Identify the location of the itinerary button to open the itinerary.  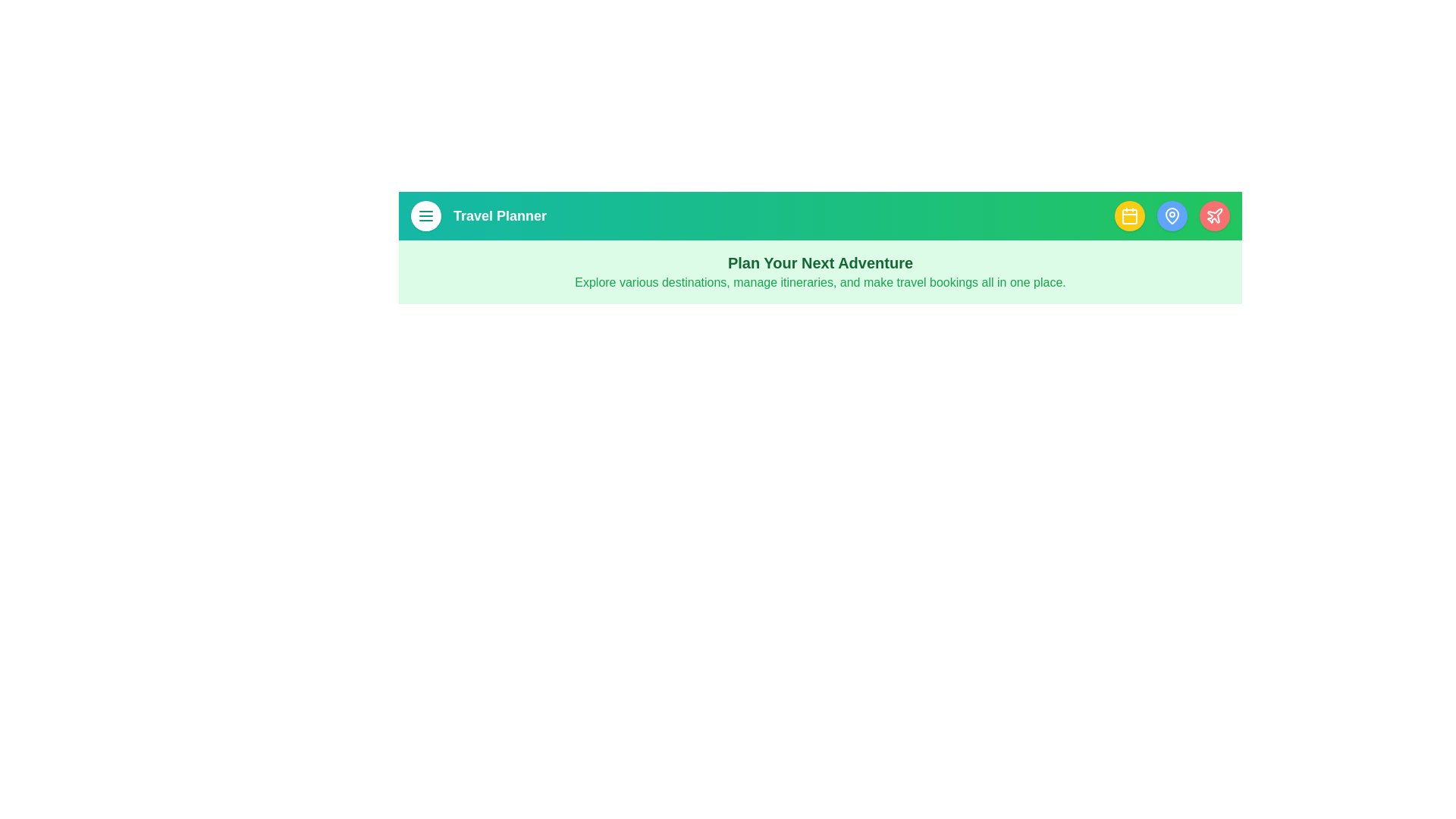
(1129, 216).